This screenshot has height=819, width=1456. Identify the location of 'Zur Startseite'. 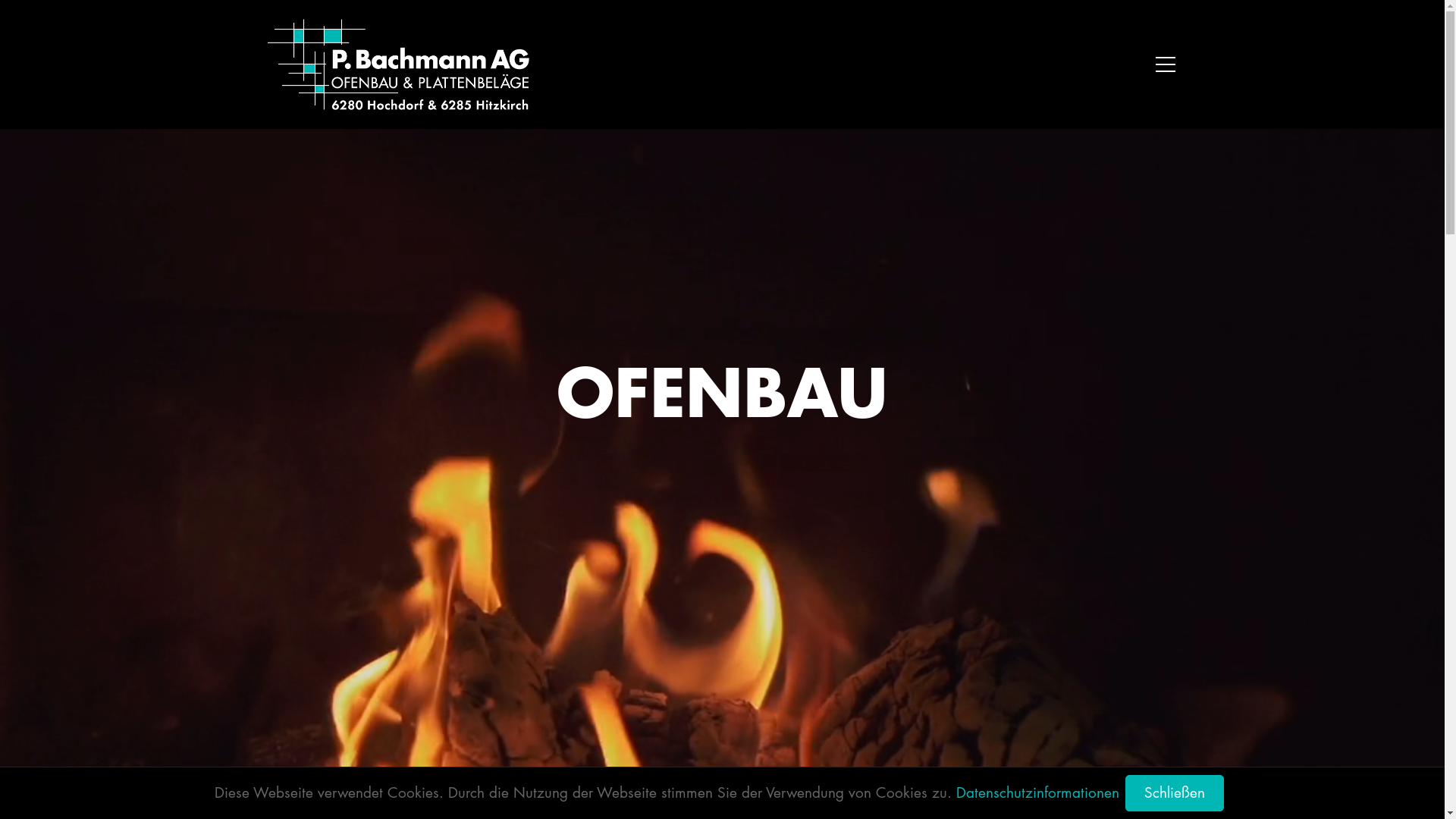
(397, 63).